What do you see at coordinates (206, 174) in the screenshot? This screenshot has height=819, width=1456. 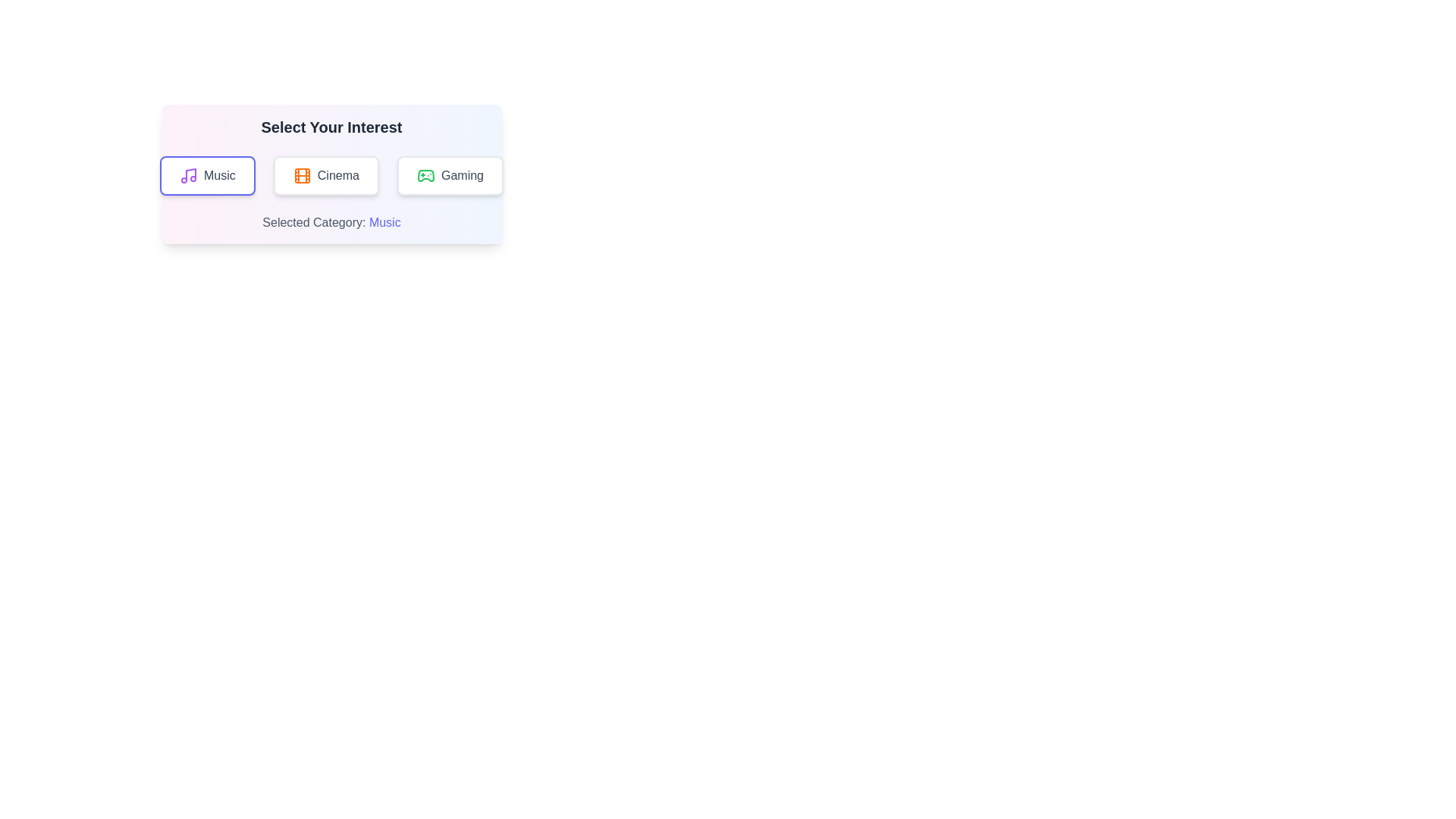 I see `the button labeled Music to view its hover effect` at bounding box center [206, 174].